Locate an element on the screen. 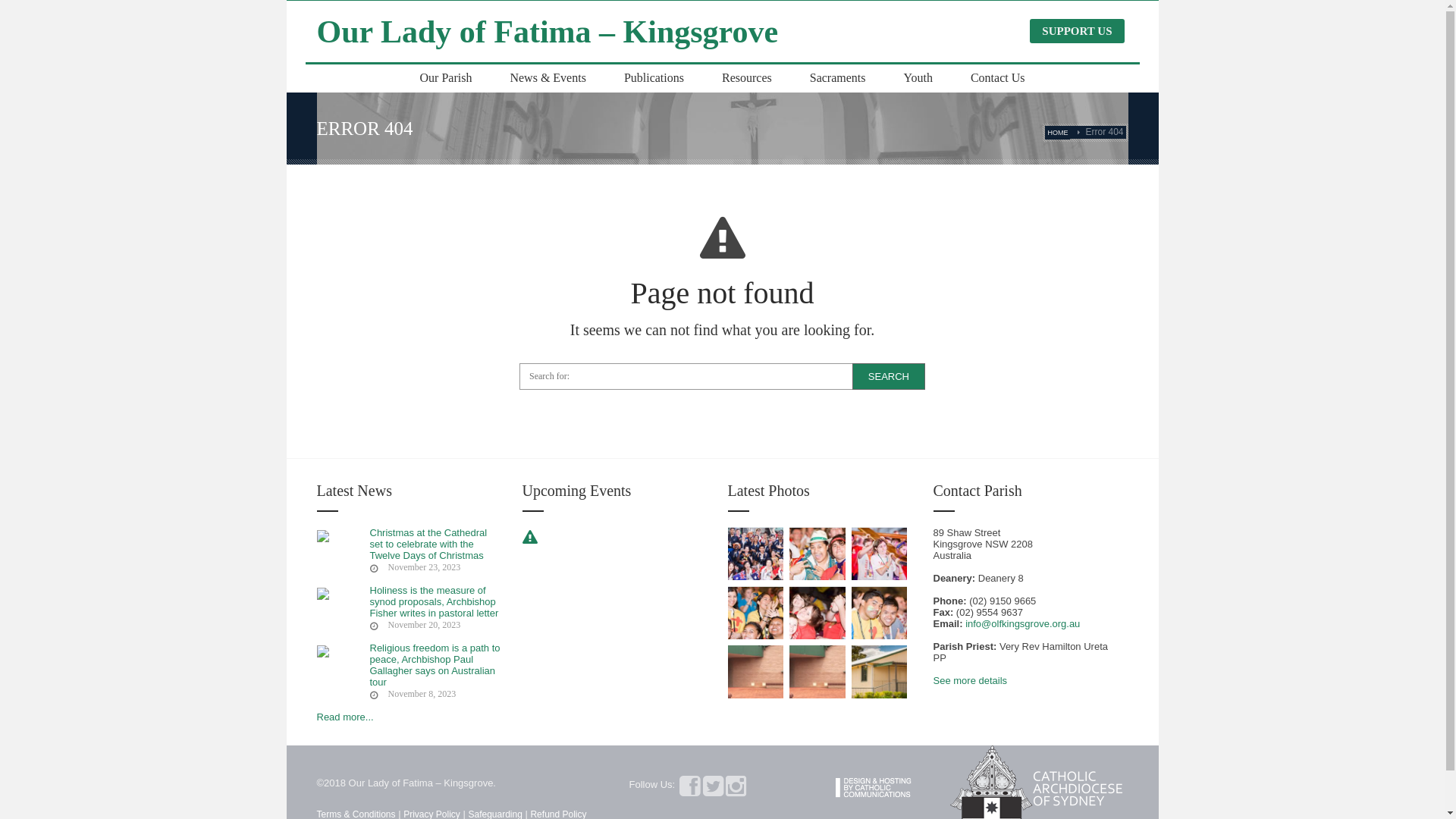  'Youth' is located at coordinates (917, 78).